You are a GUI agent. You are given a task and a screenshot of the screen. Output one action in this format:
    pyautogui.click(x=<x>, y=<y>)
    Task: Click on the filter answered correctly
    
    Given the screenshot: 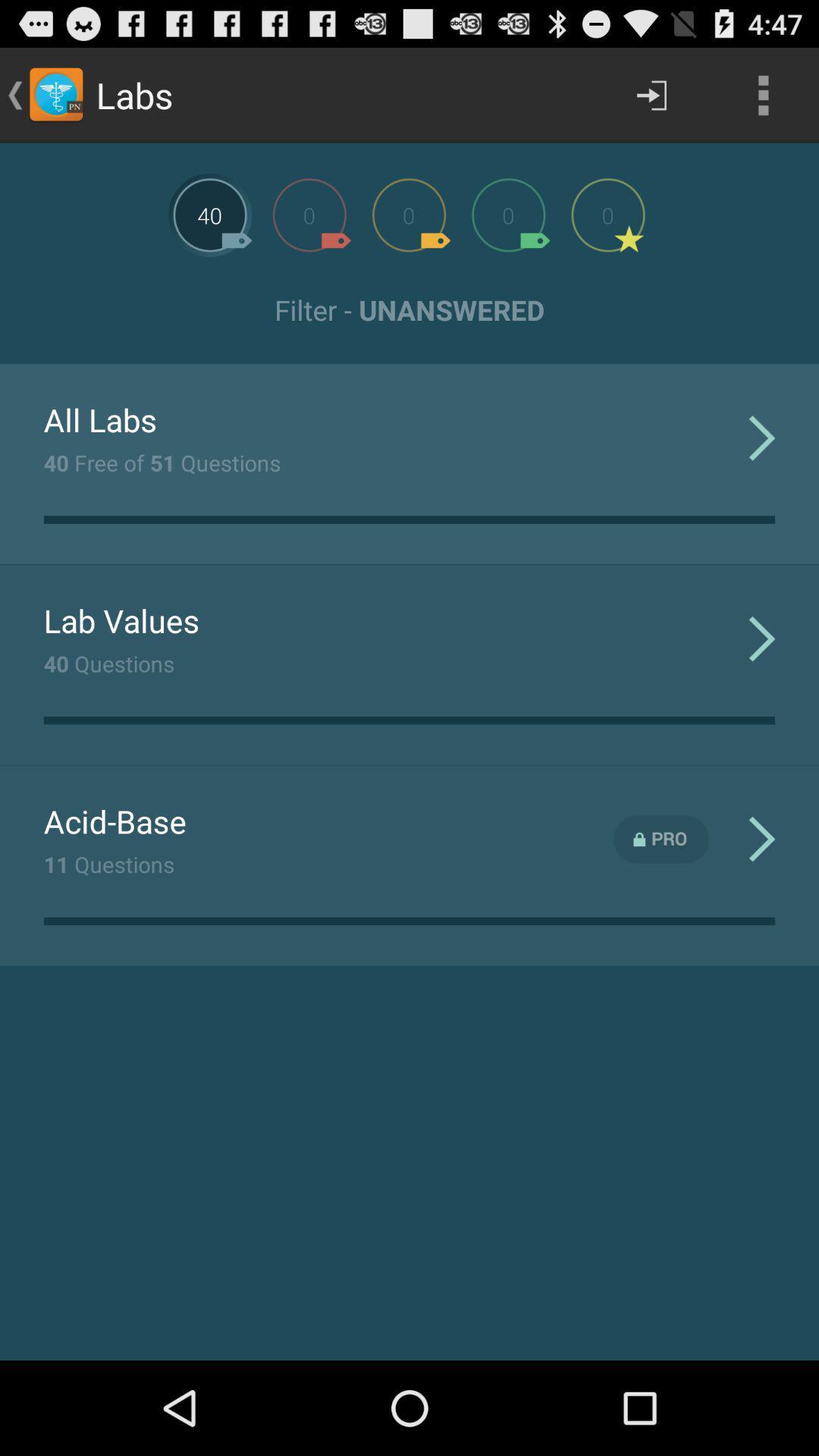 What is the action you would take?
    pyautogui.click(x=508, y=214)
    